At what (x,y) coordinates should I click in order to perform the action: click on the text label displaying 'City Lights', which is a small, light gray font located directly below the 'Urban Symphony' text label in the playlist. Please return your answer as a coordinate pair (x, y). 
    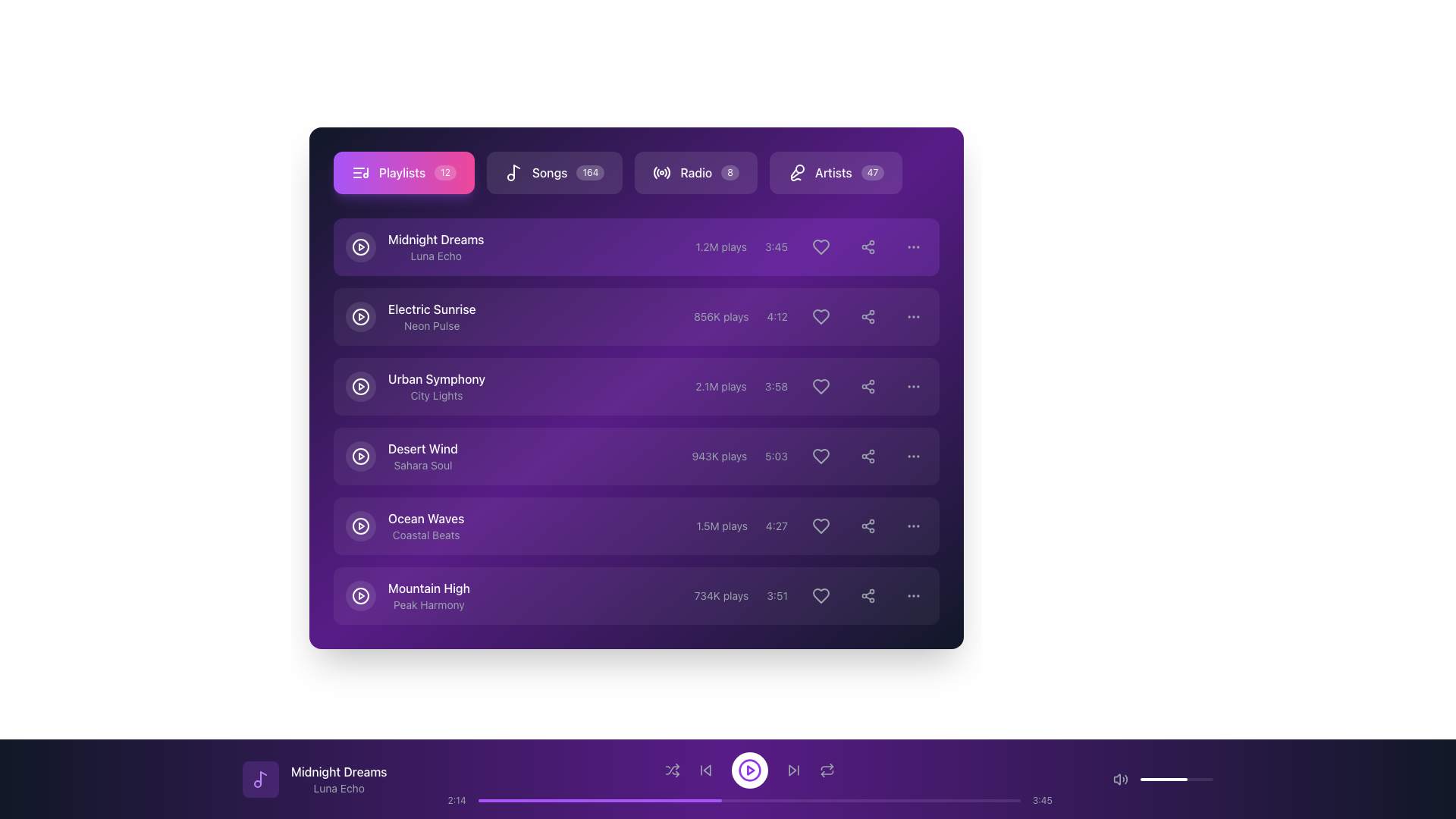
    Looking at the image, I should click on (436, 394).